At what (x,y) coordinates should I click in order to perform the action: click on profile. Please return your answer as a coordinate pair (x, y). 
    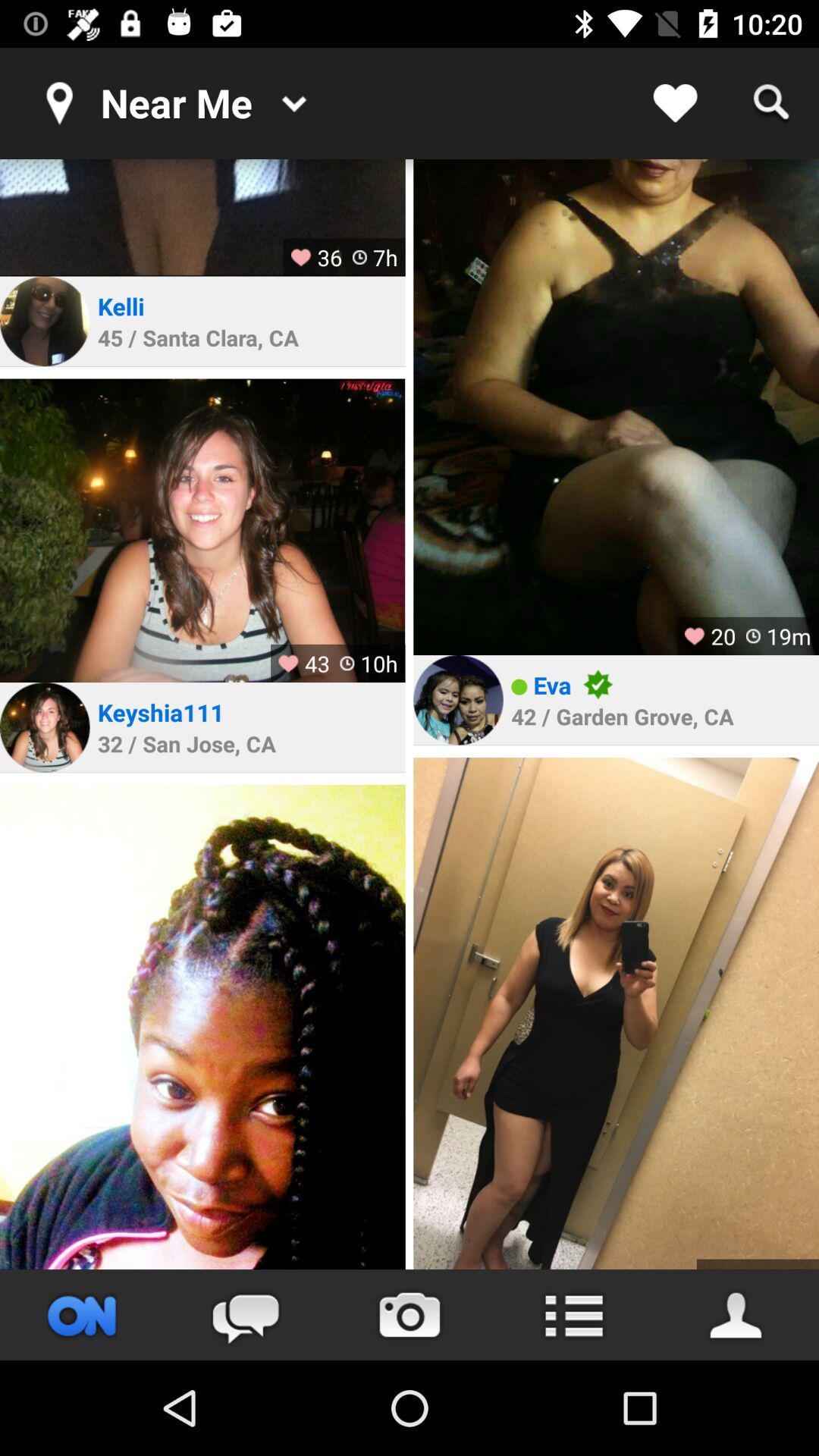
    Looking at the image, I should click on (457, 699).